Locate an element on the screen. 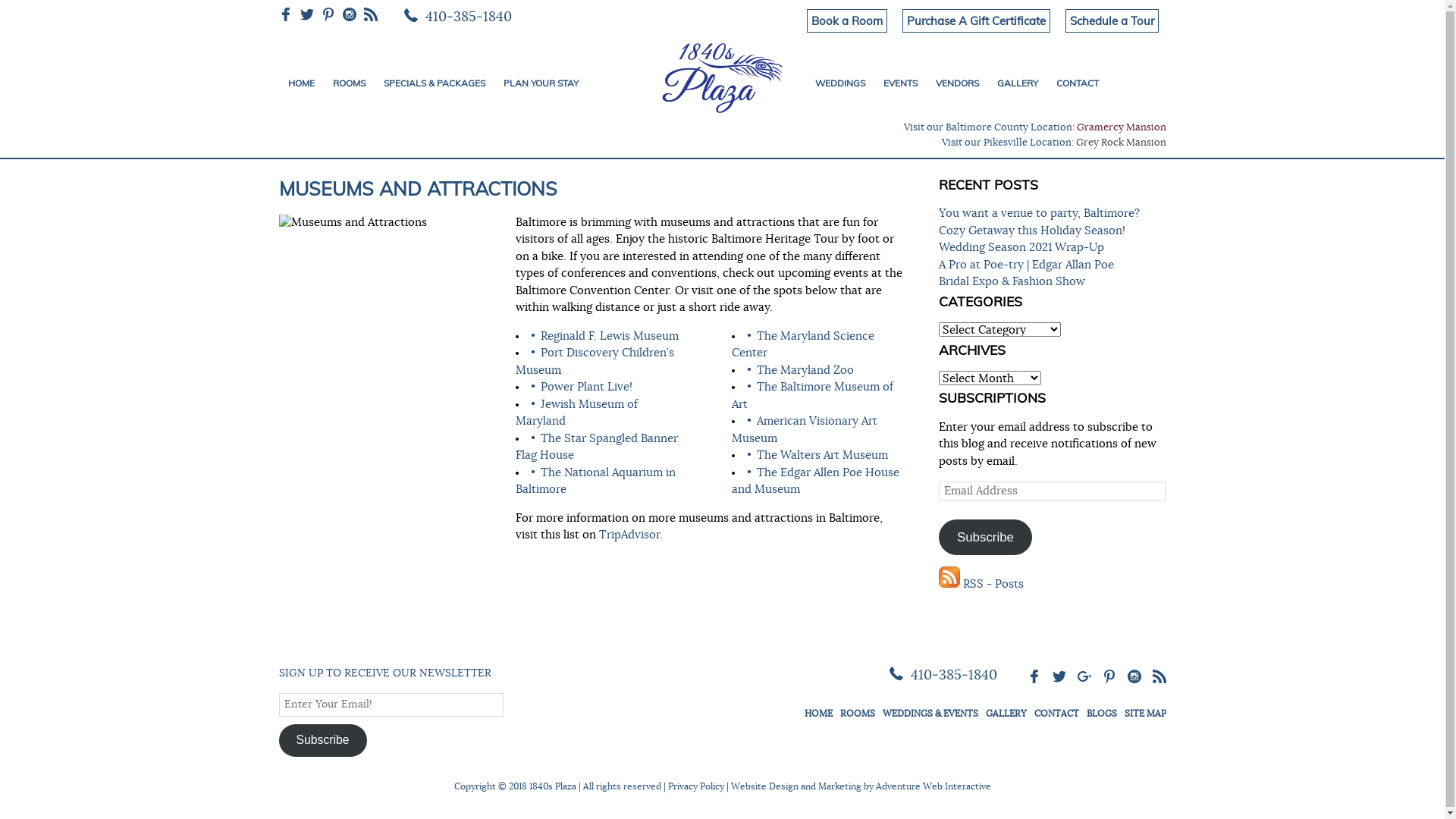  'Subscribe' is located at coordinates (986, 536).